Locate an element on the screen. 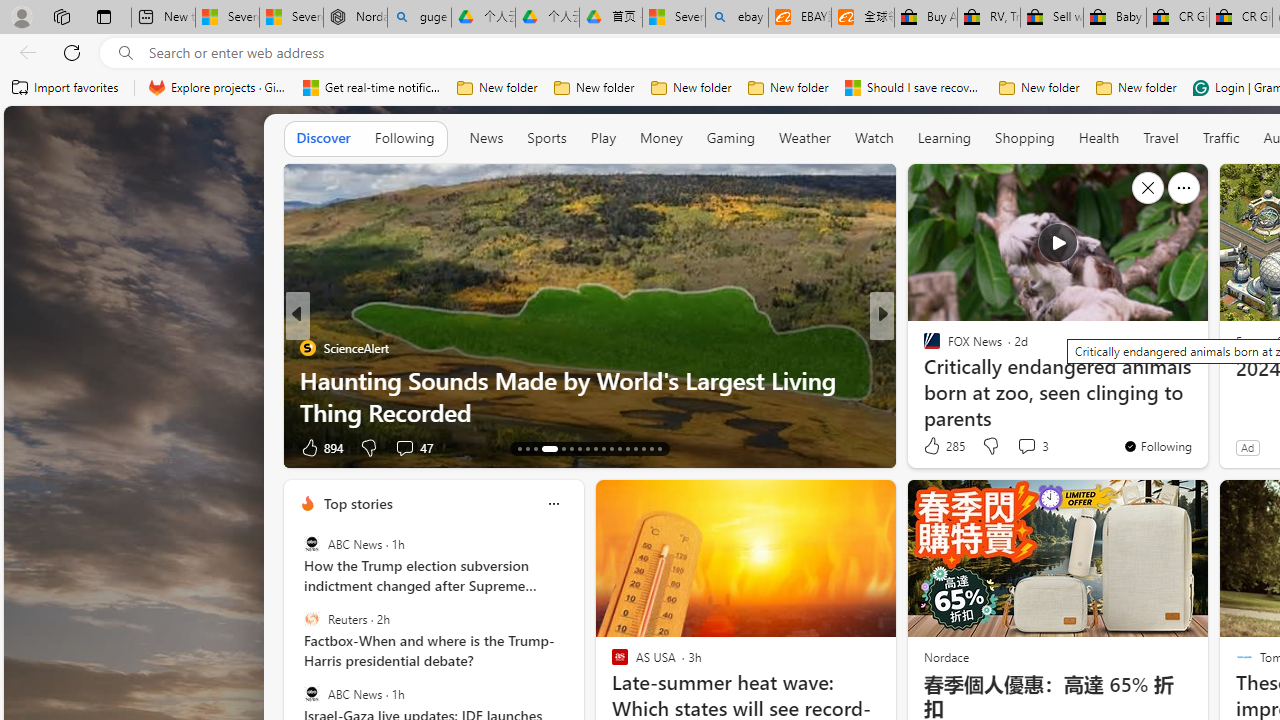 This screenshot has height=720, width=1280. 'Baby Keepsakes & Announcements for sale | eBay' is located at coordinates (1113, 17).